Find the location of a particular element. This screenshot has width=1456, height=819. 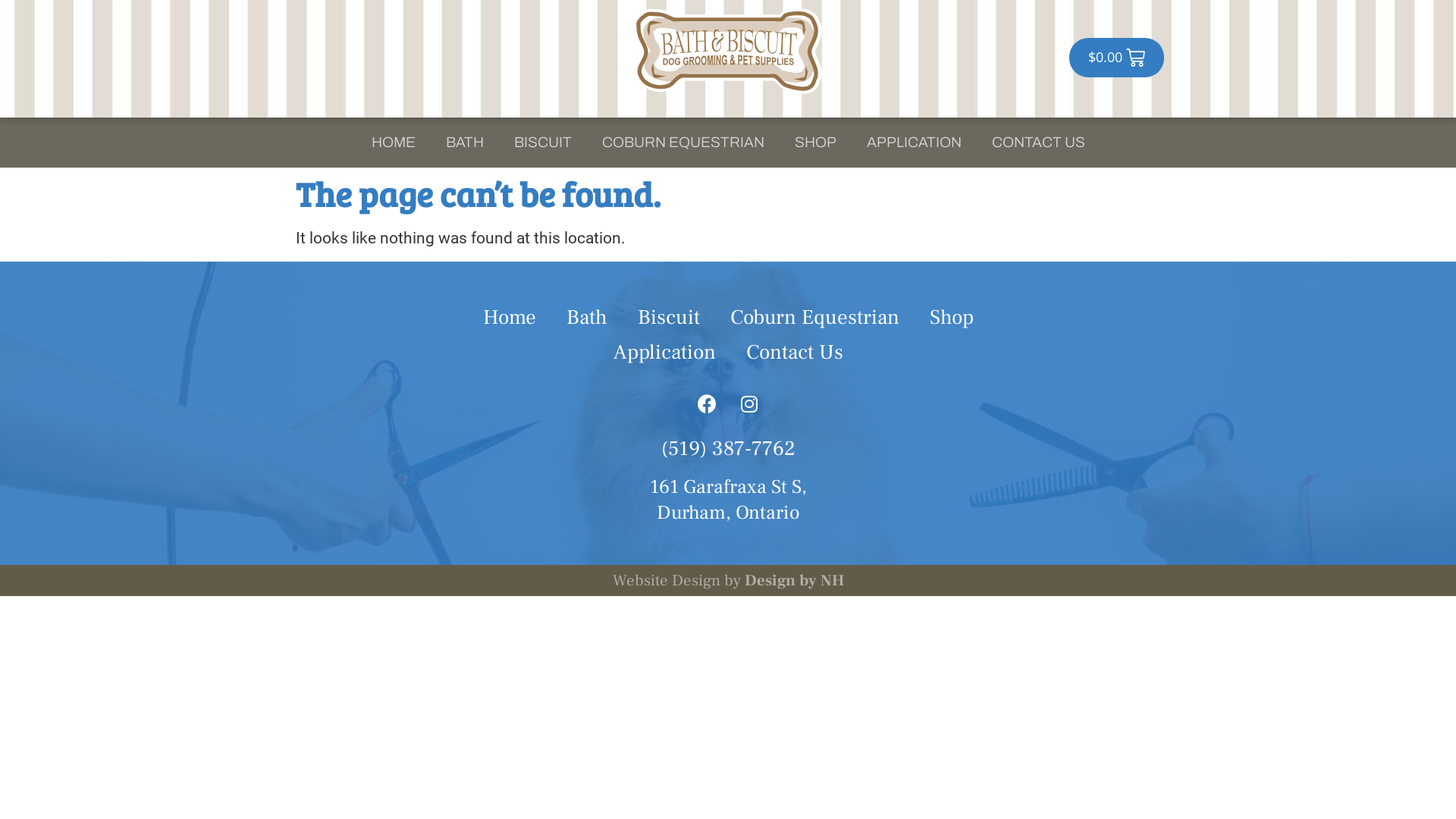

'161 Garafraxa St S, is located at coordinates (726, 500).